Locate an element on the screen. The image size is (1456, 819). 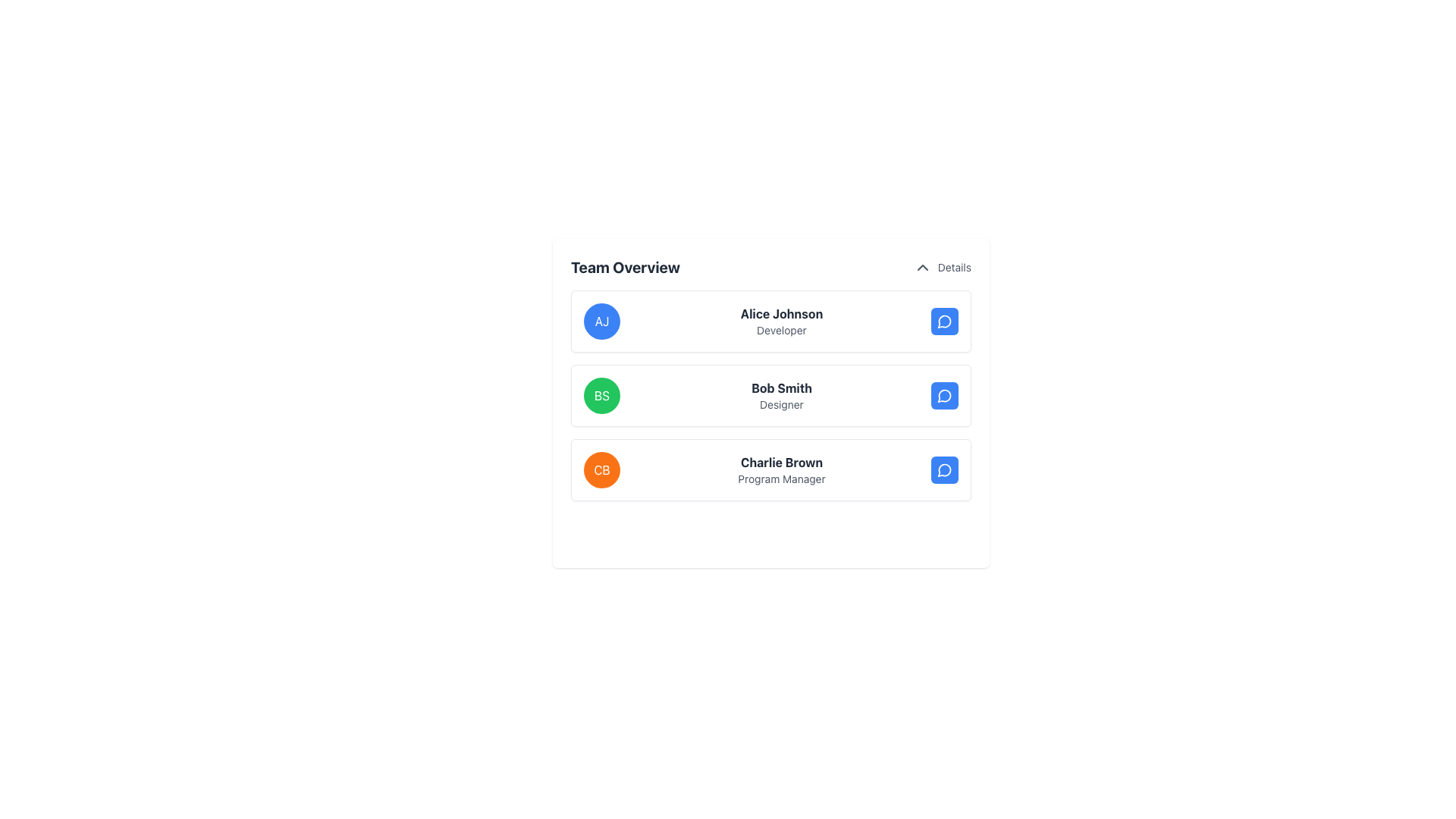
the circular chat/message icon with a blue background and a white outline, located in the top-right corner of the row labeled 'Alice Johnson Developer' is located at coordinates (944, 321).